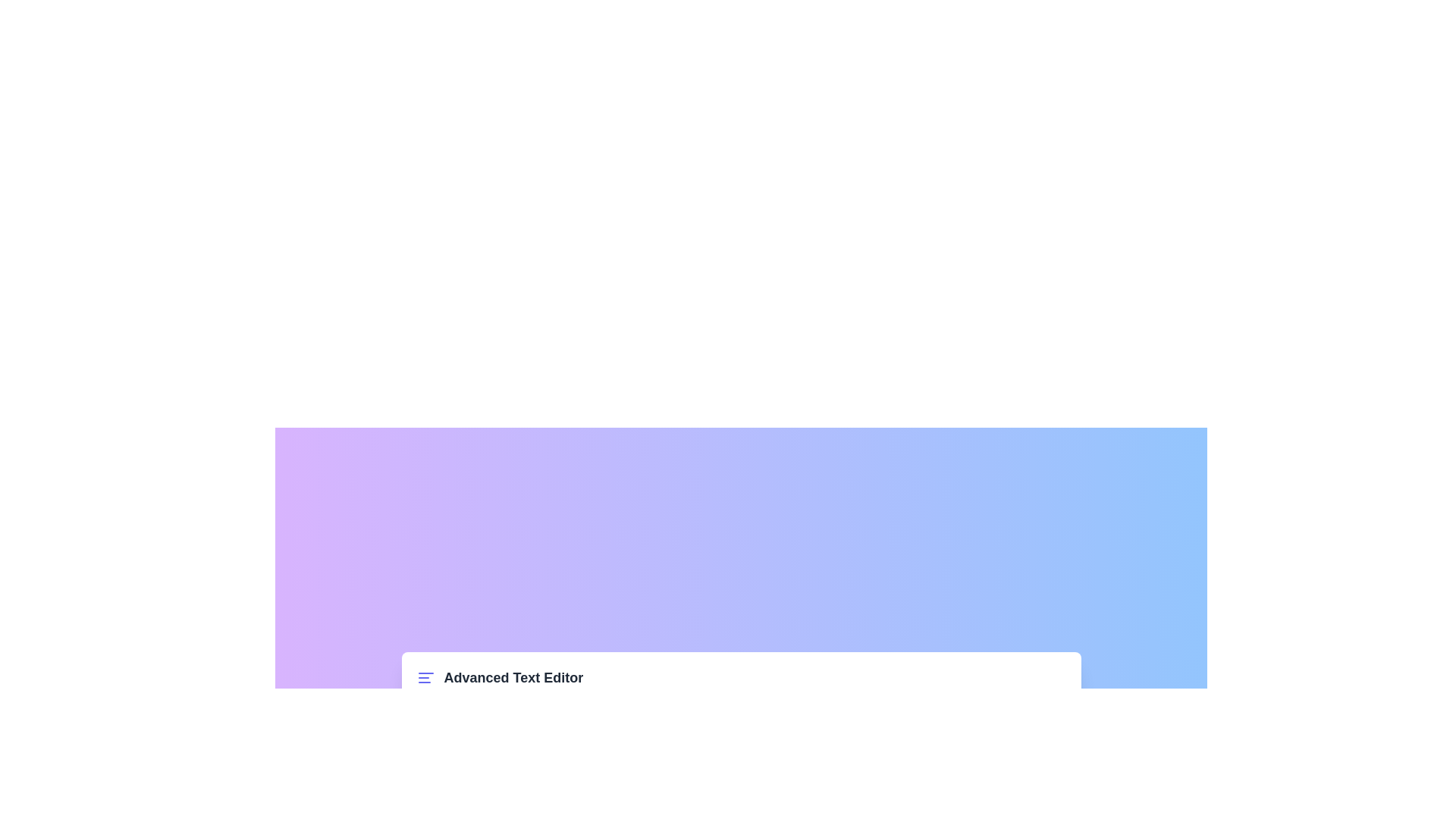 The width and height of the screenshot is (1456, 819). I want to click on the small indigo-blue icon resembling a 'left alignment' symbol, located to the left of the 'Advanced Text Editor' label, so click(425, 676).